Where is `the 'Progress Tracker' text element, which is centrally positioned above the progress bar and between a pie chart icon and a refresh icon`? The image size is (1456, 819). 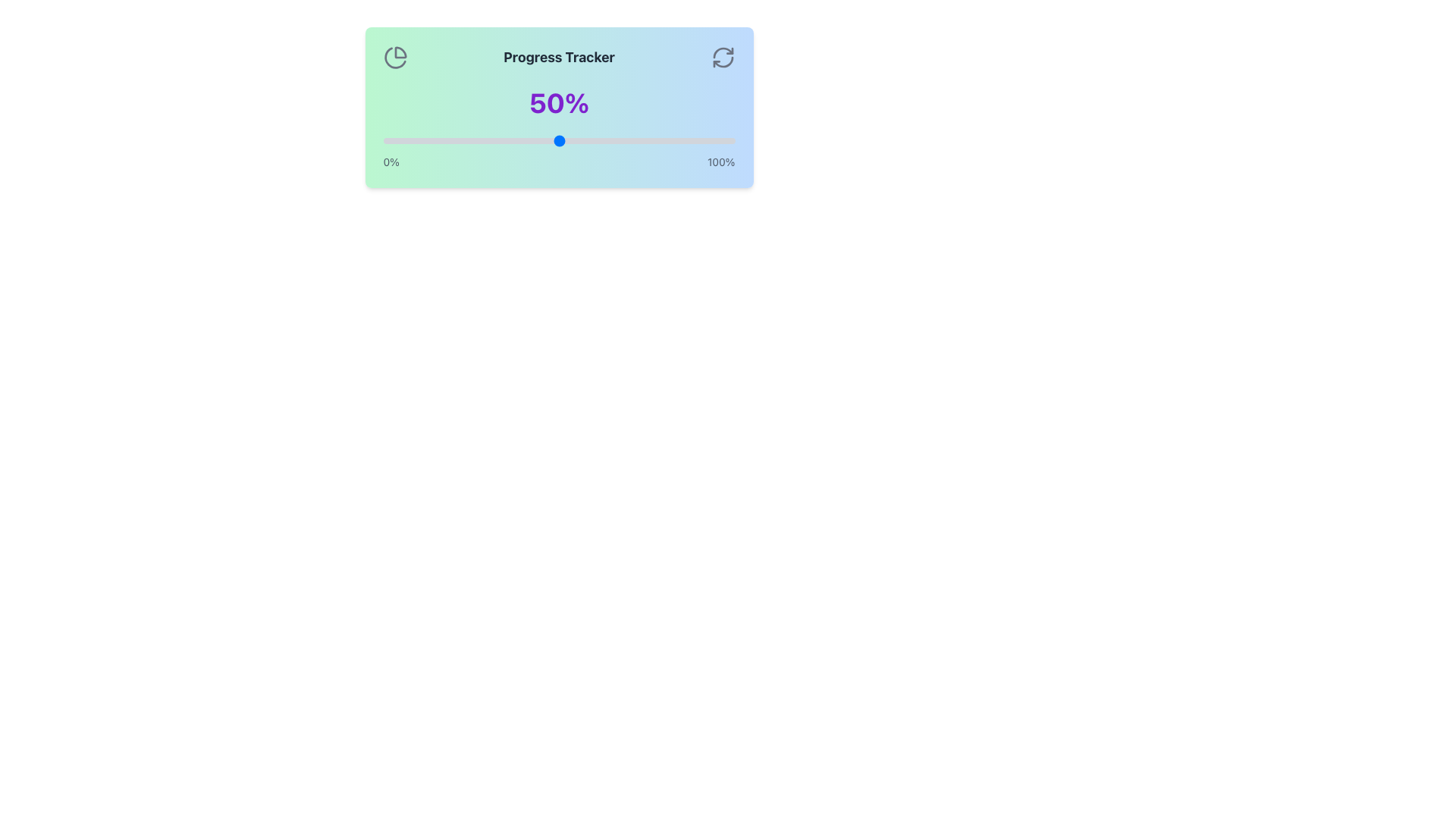 the 'Progress Tracker' text element, which is centrally positioned above the progress bar and between a pie chart icon and a refresh icon is located at coordinates (558, 57).